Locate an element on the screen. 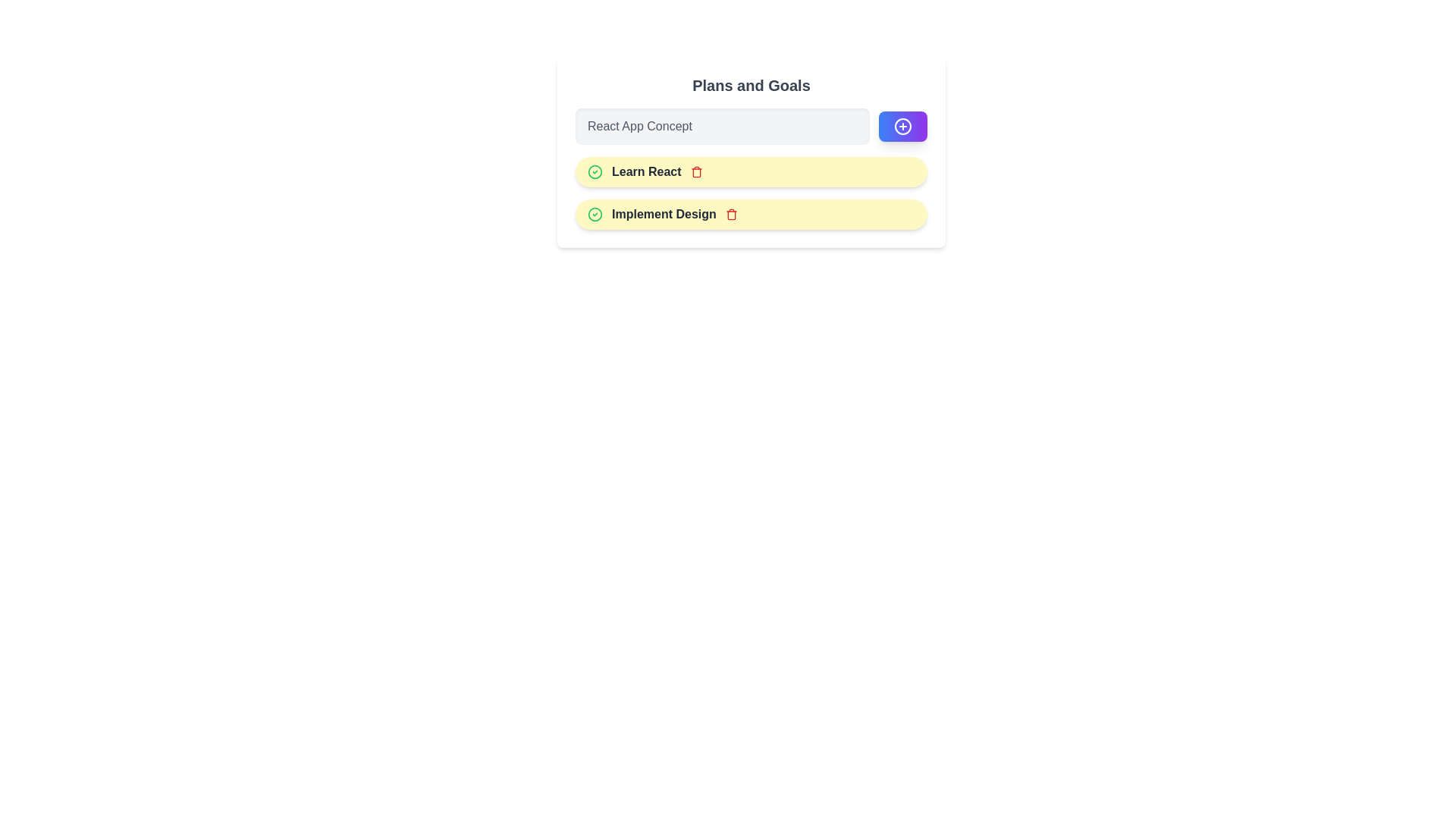  the 'Add' button to add the task entered in the input field is located at coordinates (902, 125).